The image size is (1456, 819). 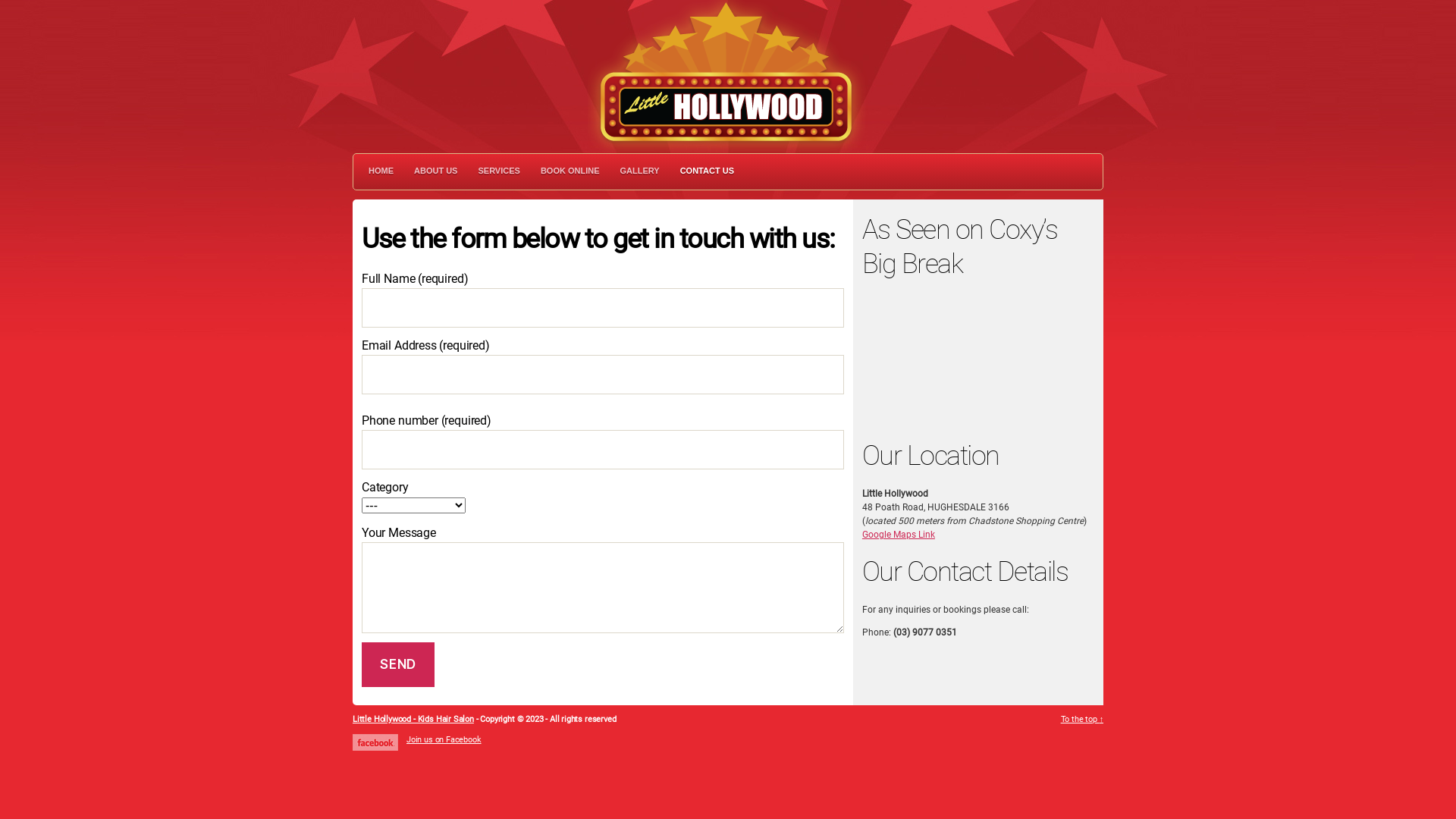 What do you see at coordinates (706, 171) in the screenshot?
I see `'CONTACT US'` at bounding box center [706, 171].